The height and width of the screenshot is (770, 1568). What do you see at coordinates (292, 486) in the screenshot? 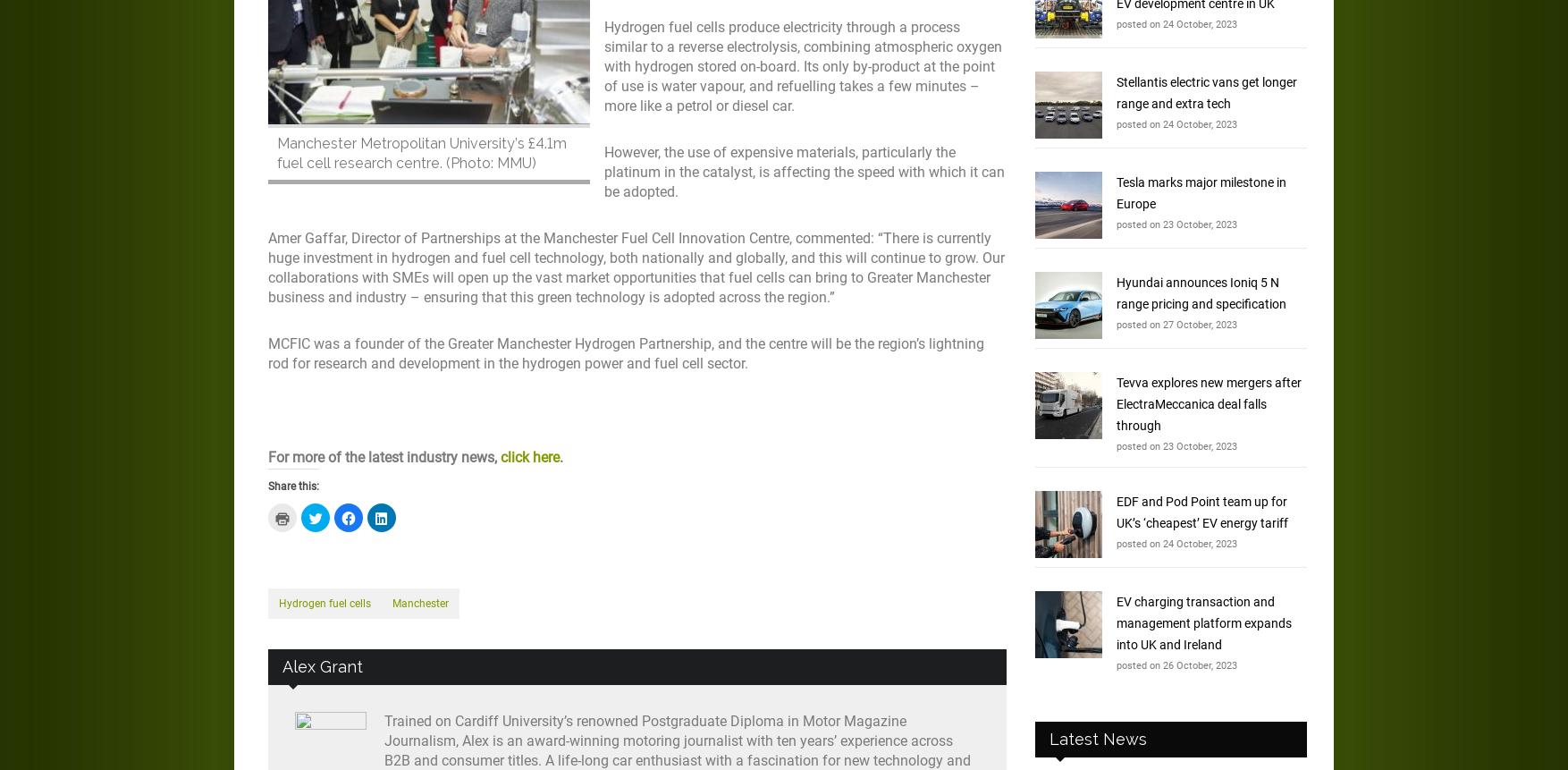
I see `'Share this:'` at bounding box center [292, 486].